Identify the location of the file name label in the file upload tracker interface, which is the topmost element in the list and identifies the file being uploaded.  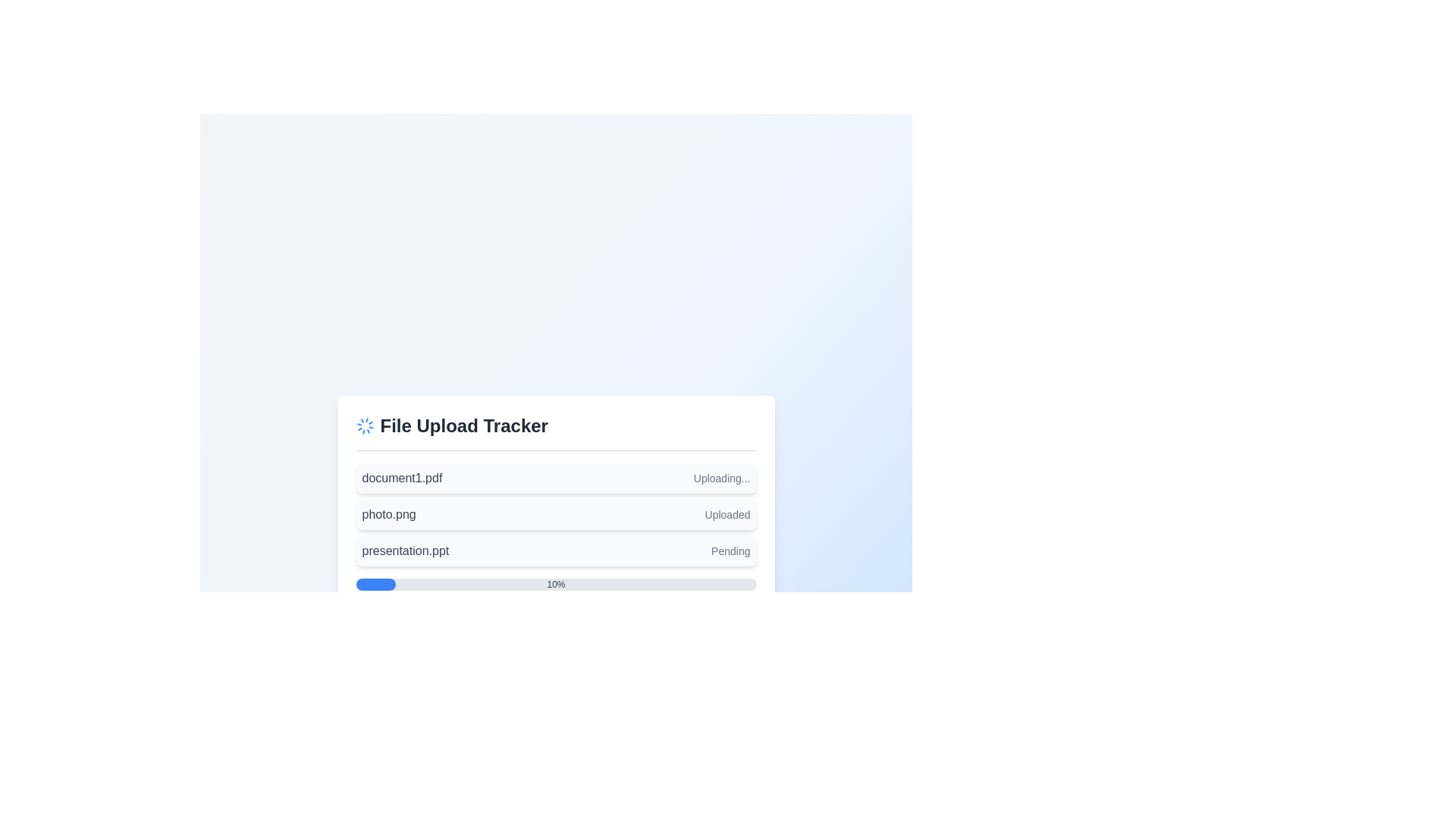
(402, 478).